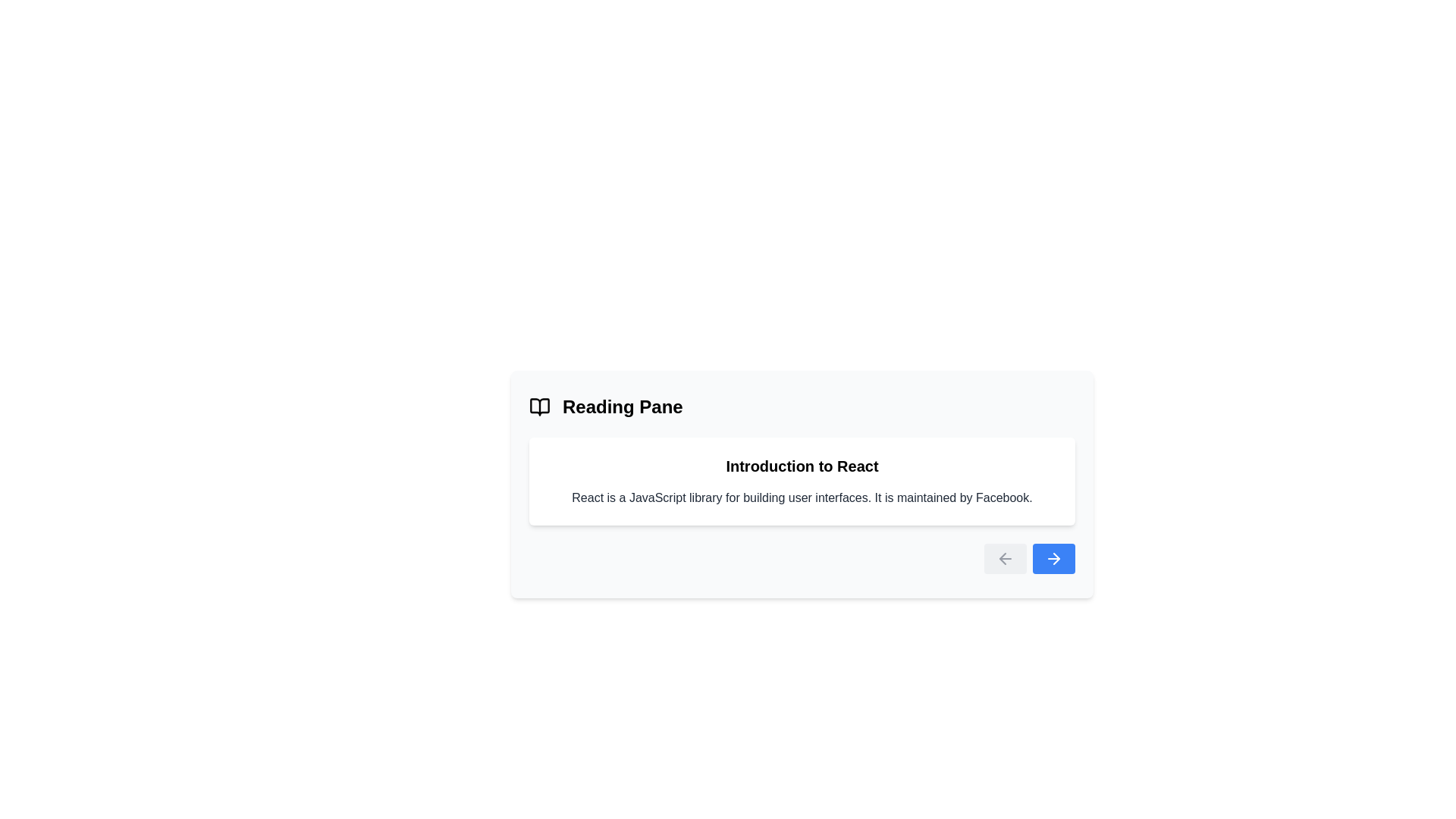  Describe the element at coordinates (539, 406) in the screenshot. I see `the decorative SVG icon representing the concept of reading, located to the left of the 'Reading Pane' title` at that location.